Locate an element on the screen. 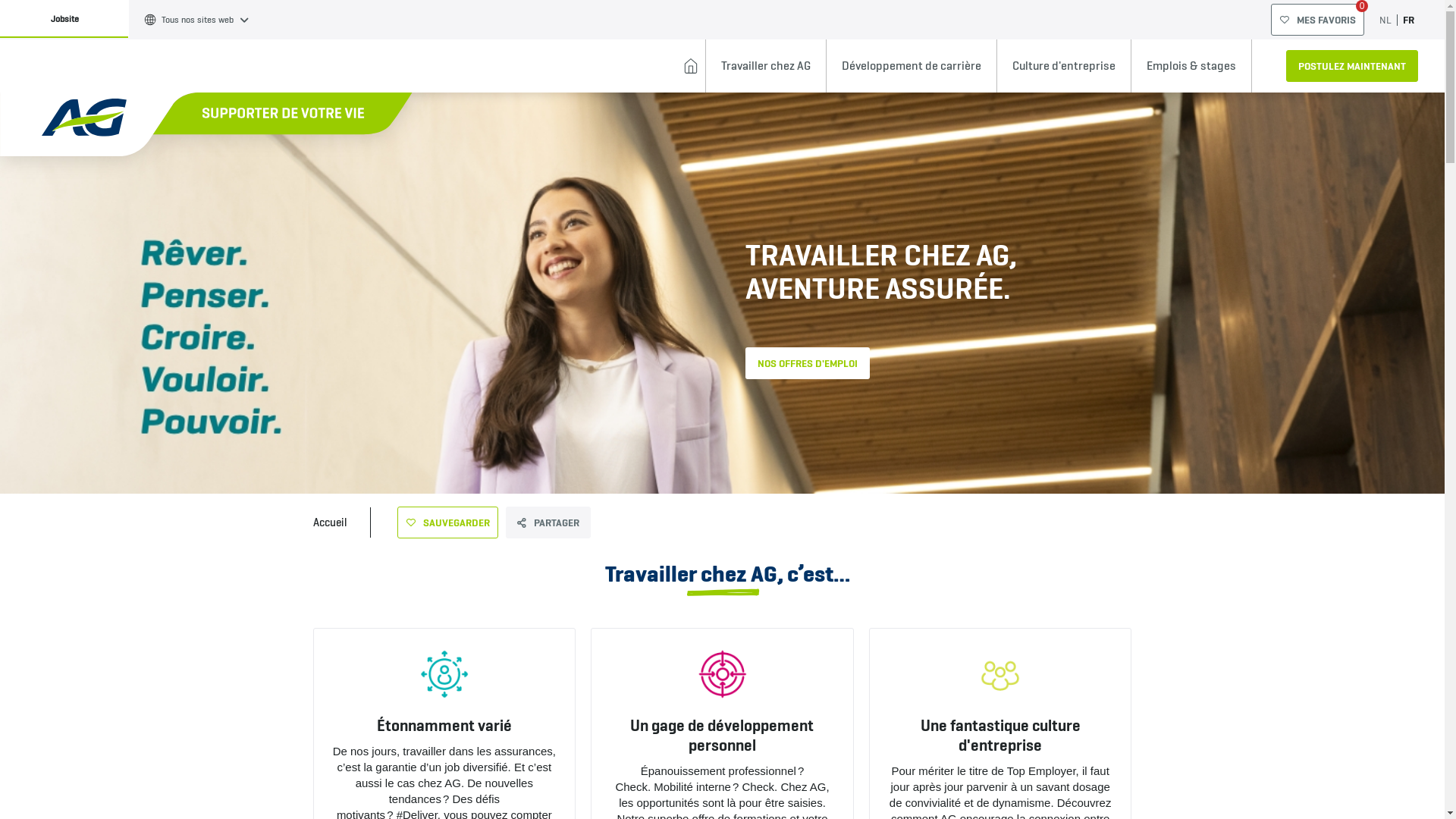  'NL' is located at coordinates (1385, 20).